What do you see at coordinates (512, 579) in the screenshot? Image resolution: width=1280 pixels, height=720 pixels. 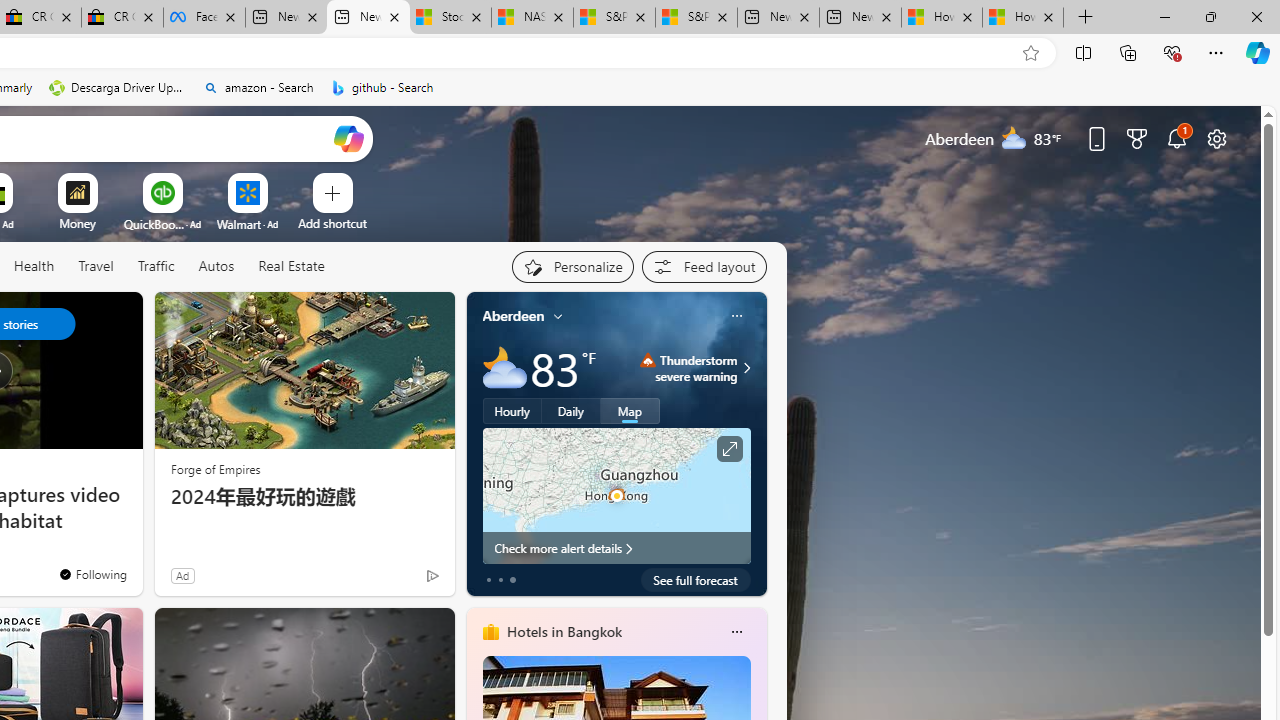 I see `'tab-2'` at bounding box center [512, 579].